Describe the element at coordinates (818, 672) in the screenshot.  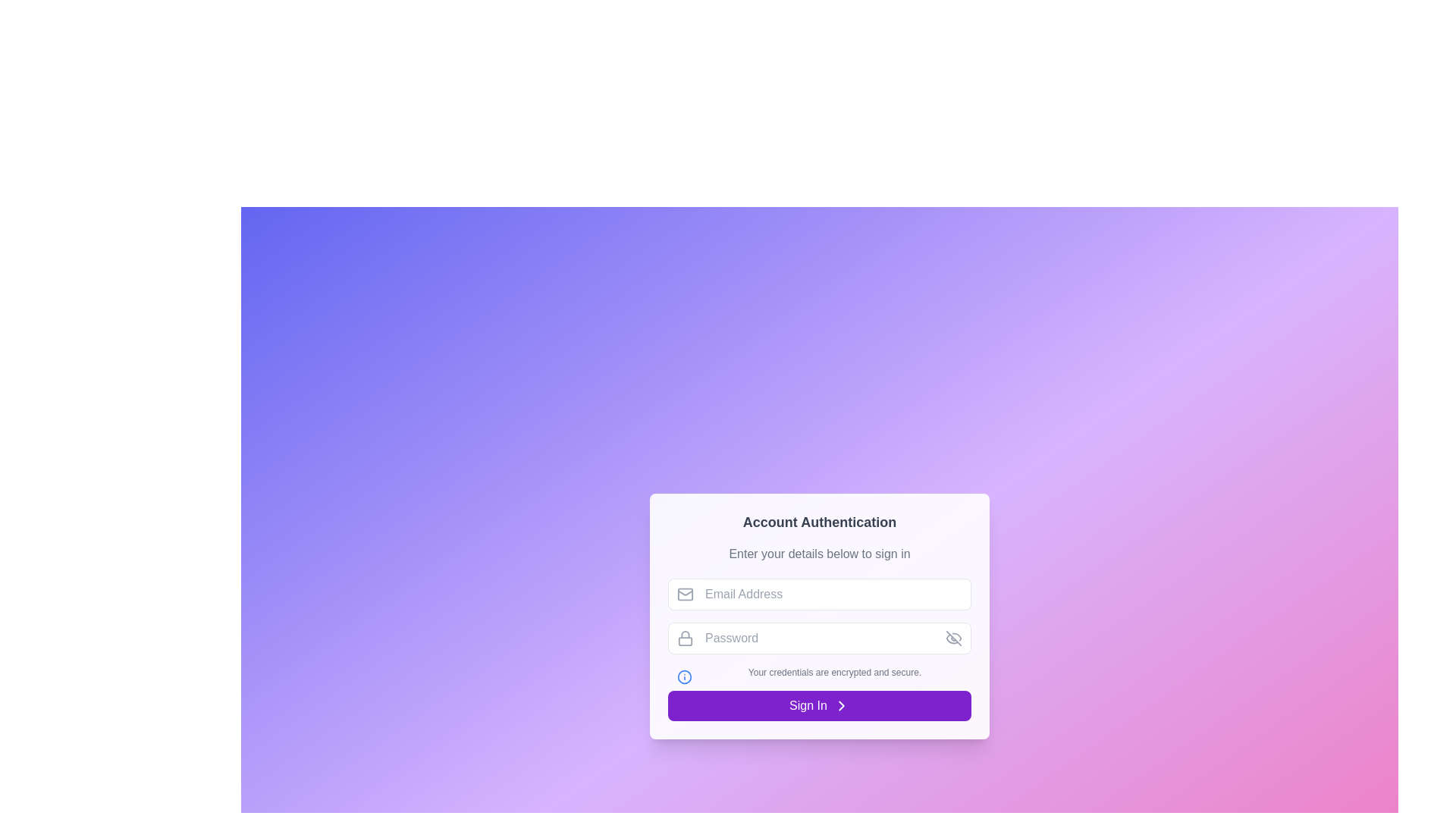
I see `security assurance message displayed beneath the password field, above the 'Sign In' button in the authentication form` at that location.